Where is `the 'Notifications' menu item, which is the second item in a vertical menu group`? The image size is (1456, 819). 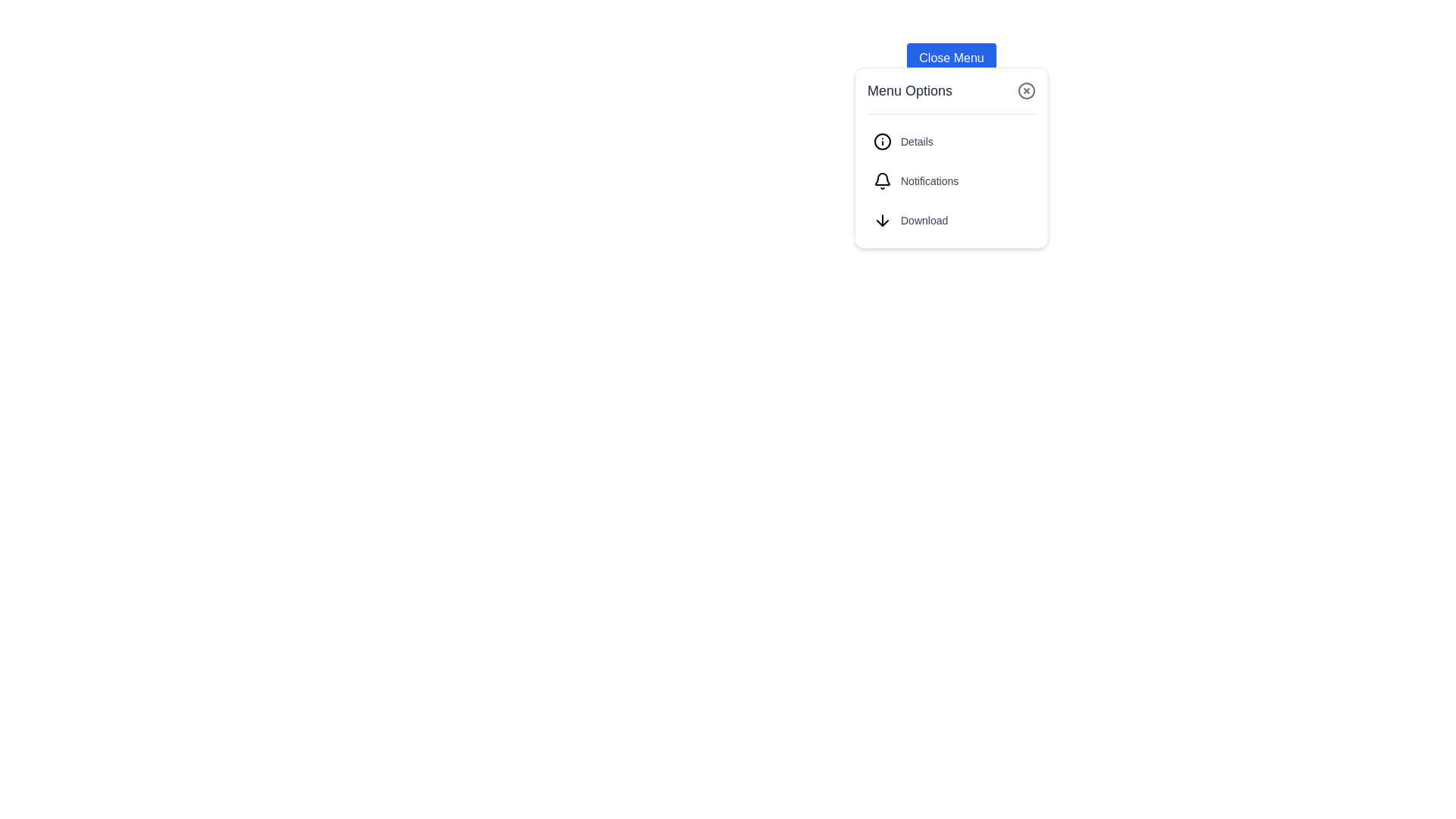 the 'Notifications' menu item, which is the second item in a vertical menu group is located at coordinates (950, 180).